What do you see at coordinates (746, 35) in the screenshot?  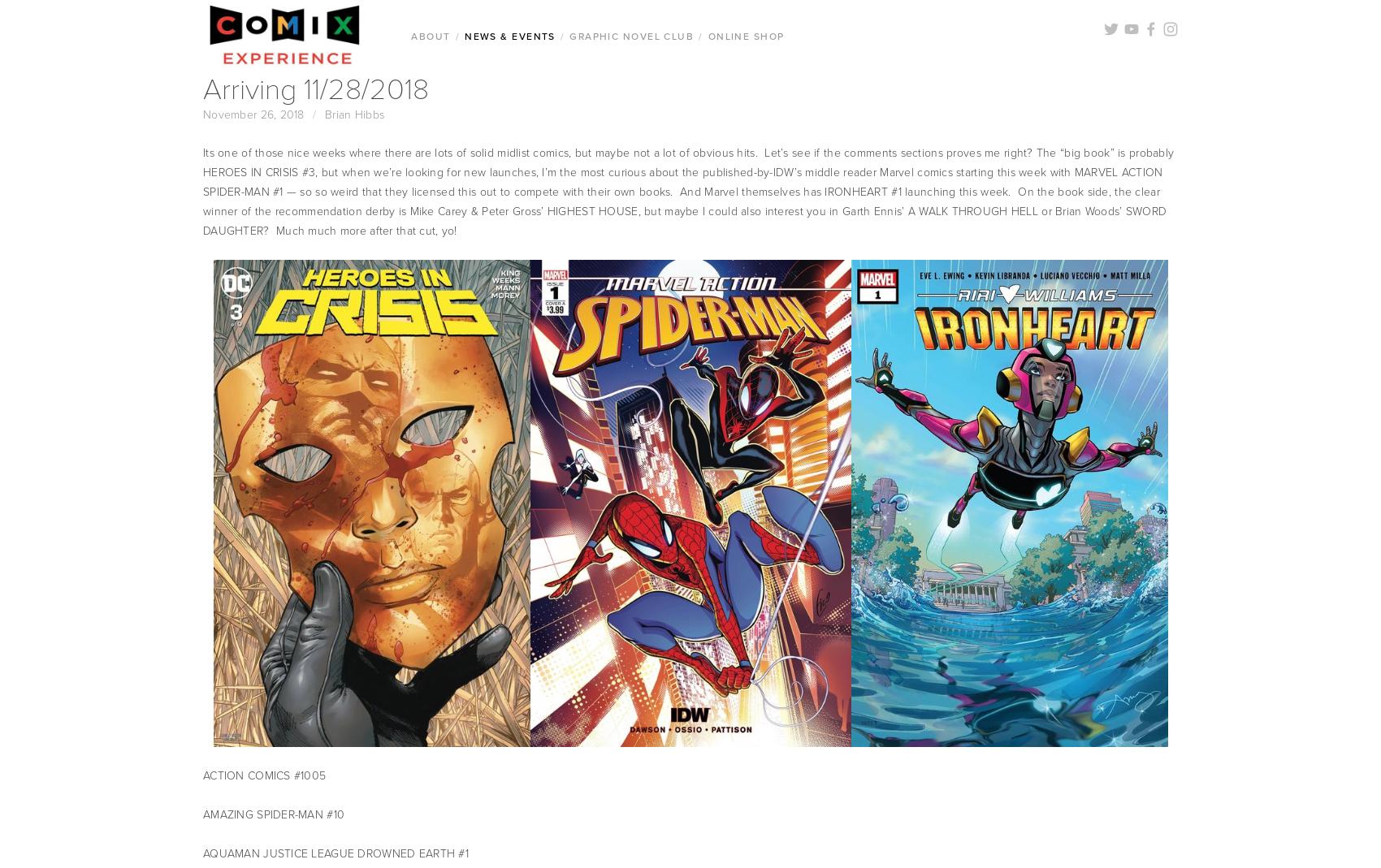 I see `'Online Shop'` at bounding box center [746, 35].